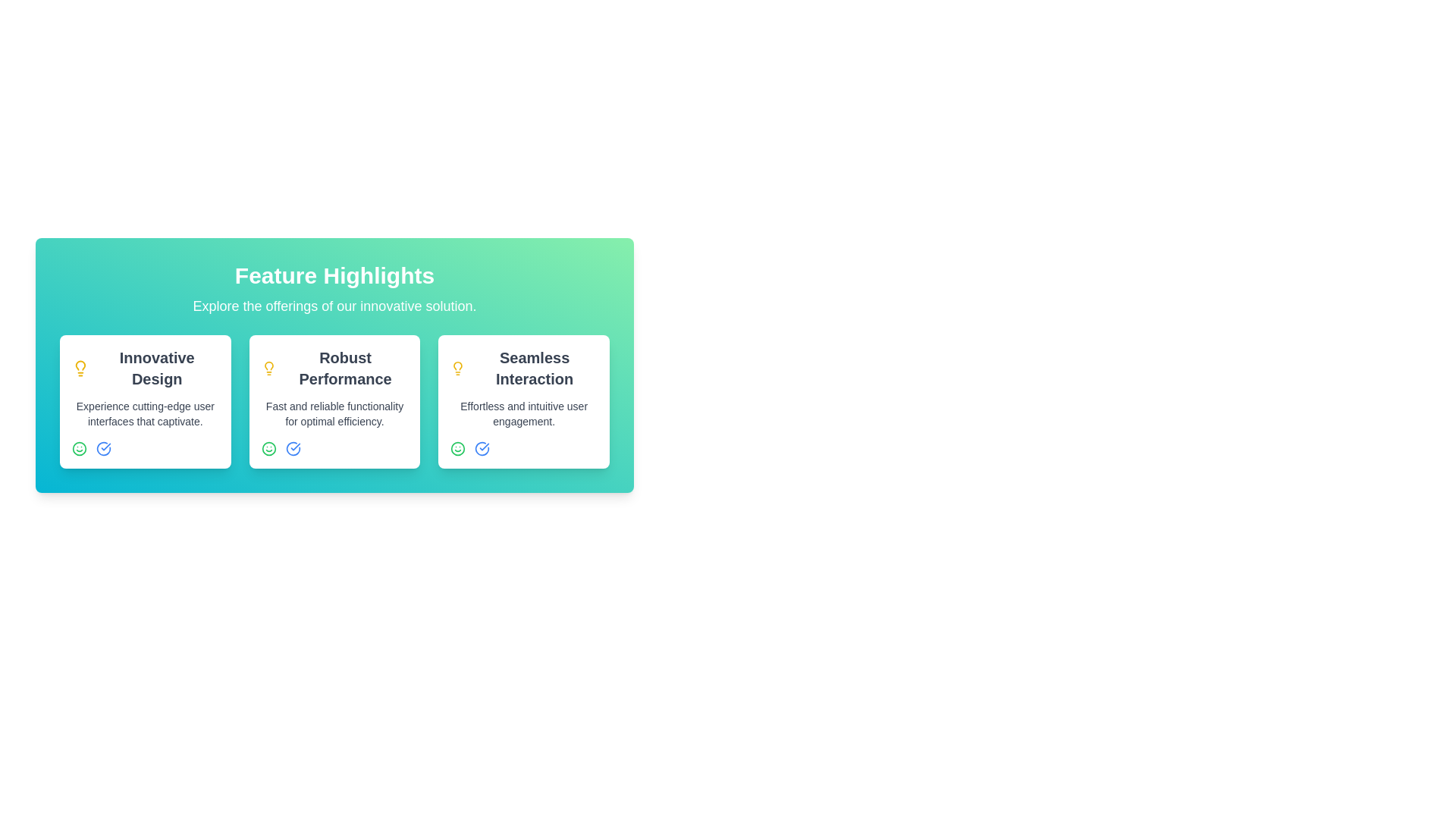 The width and height of the screenshot is (1456, 819). Describe the element at coordinates (334, 400) in the screenshot. I see `displayed information from the static card located in the middle of the three-column grid layout under the heading 'Feature Highlights.'` at that location.